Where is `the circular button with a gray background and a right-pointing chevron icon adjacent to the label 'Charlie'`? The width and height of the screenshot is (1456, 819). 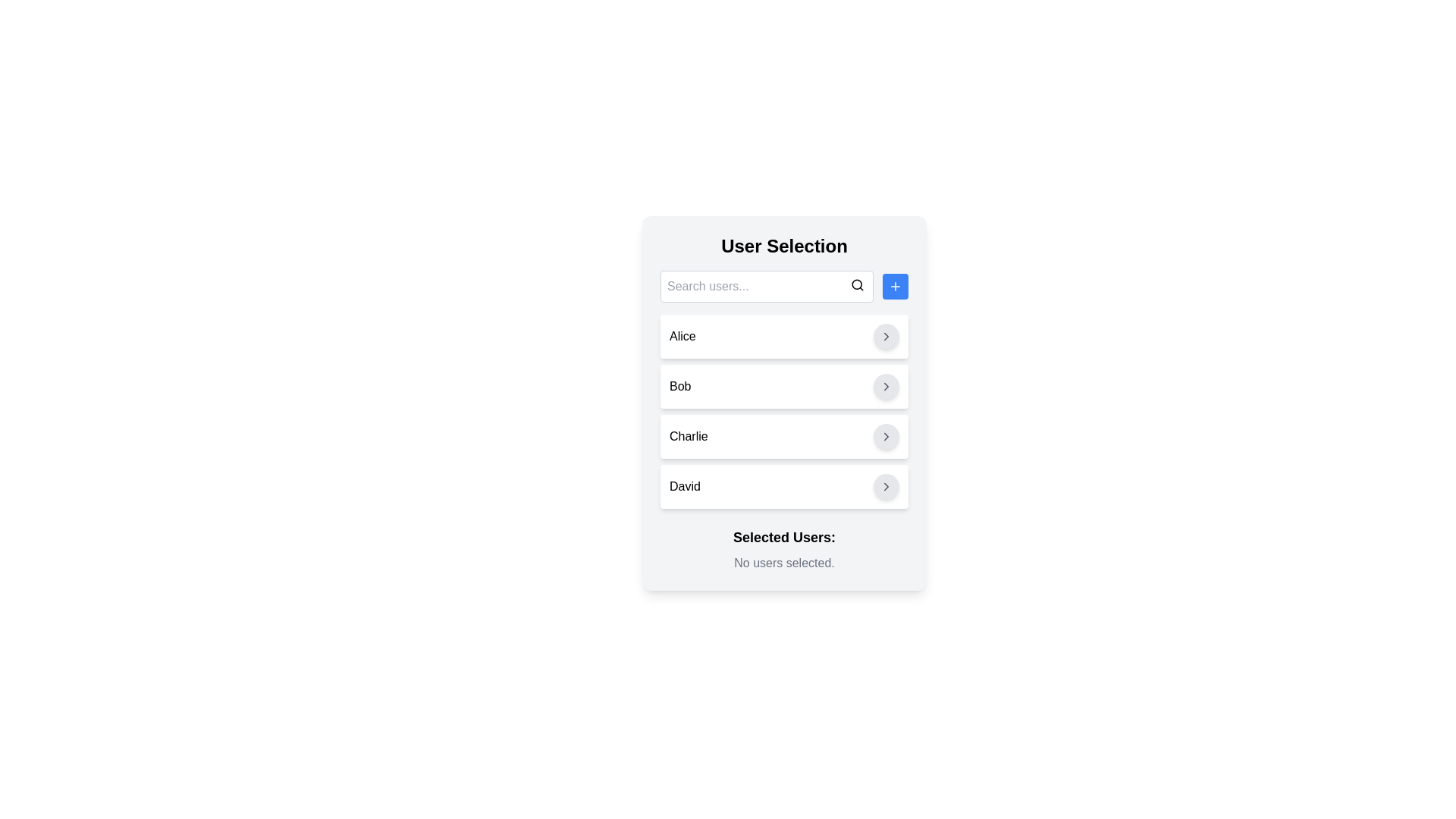
the circular button with a gray background and a right-pointing chevron icon adjacent to the label 'Charlie' is located at coordinates (886, 436).